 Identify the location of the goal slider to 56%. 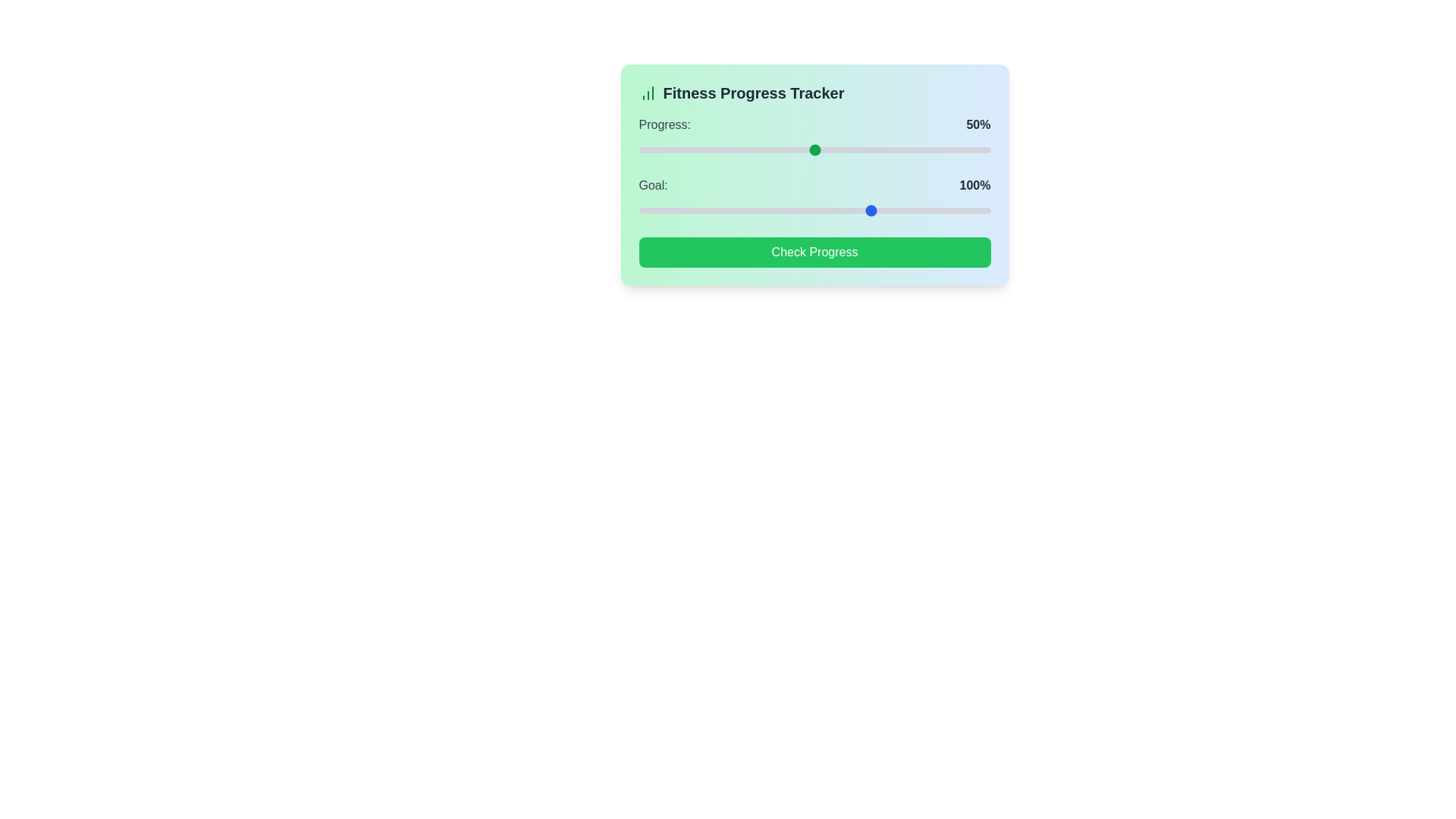
(660, 210).